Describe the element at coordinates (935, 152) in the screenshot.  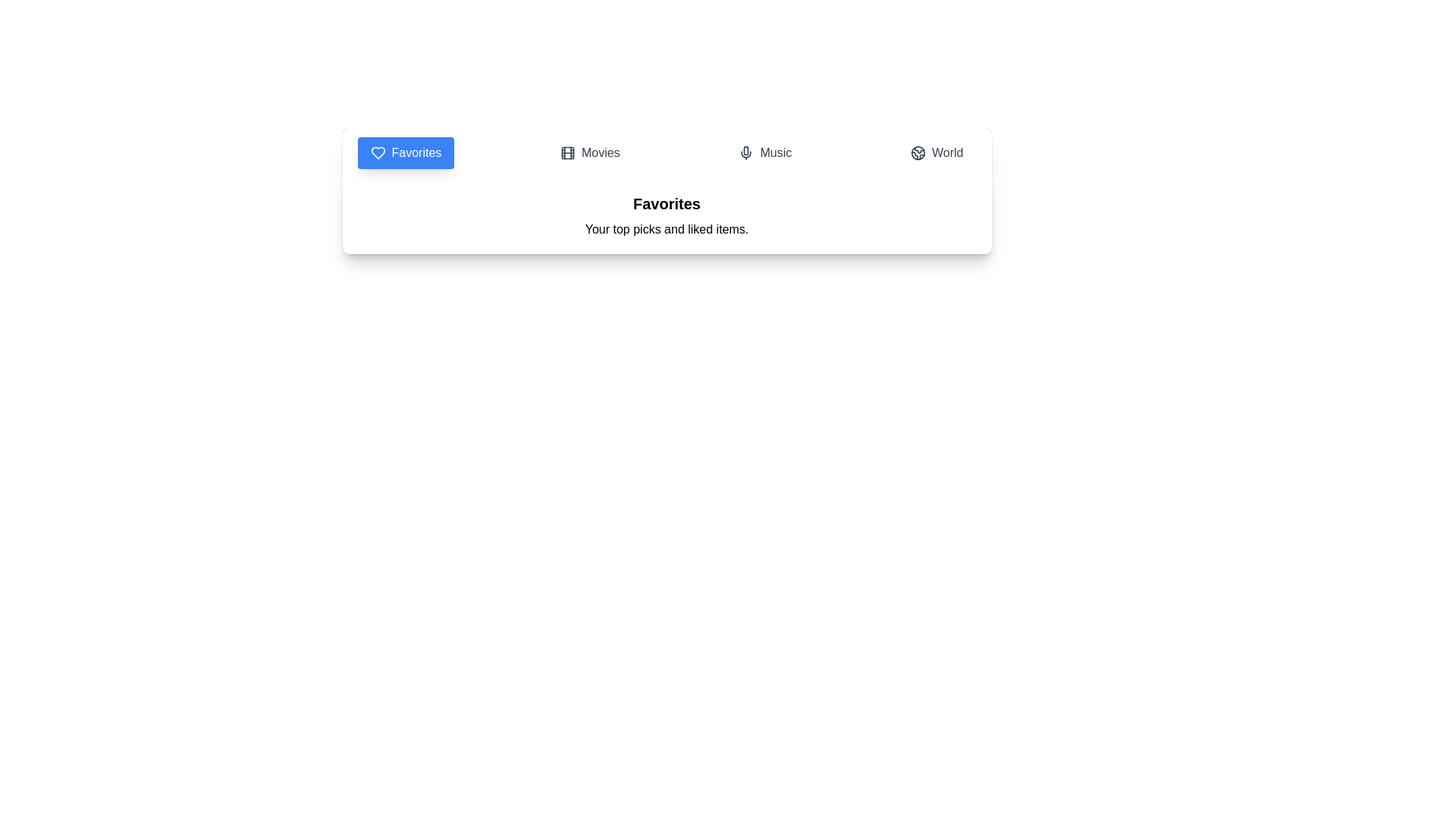
I see `the World tab to inspect its appearance` at that location.